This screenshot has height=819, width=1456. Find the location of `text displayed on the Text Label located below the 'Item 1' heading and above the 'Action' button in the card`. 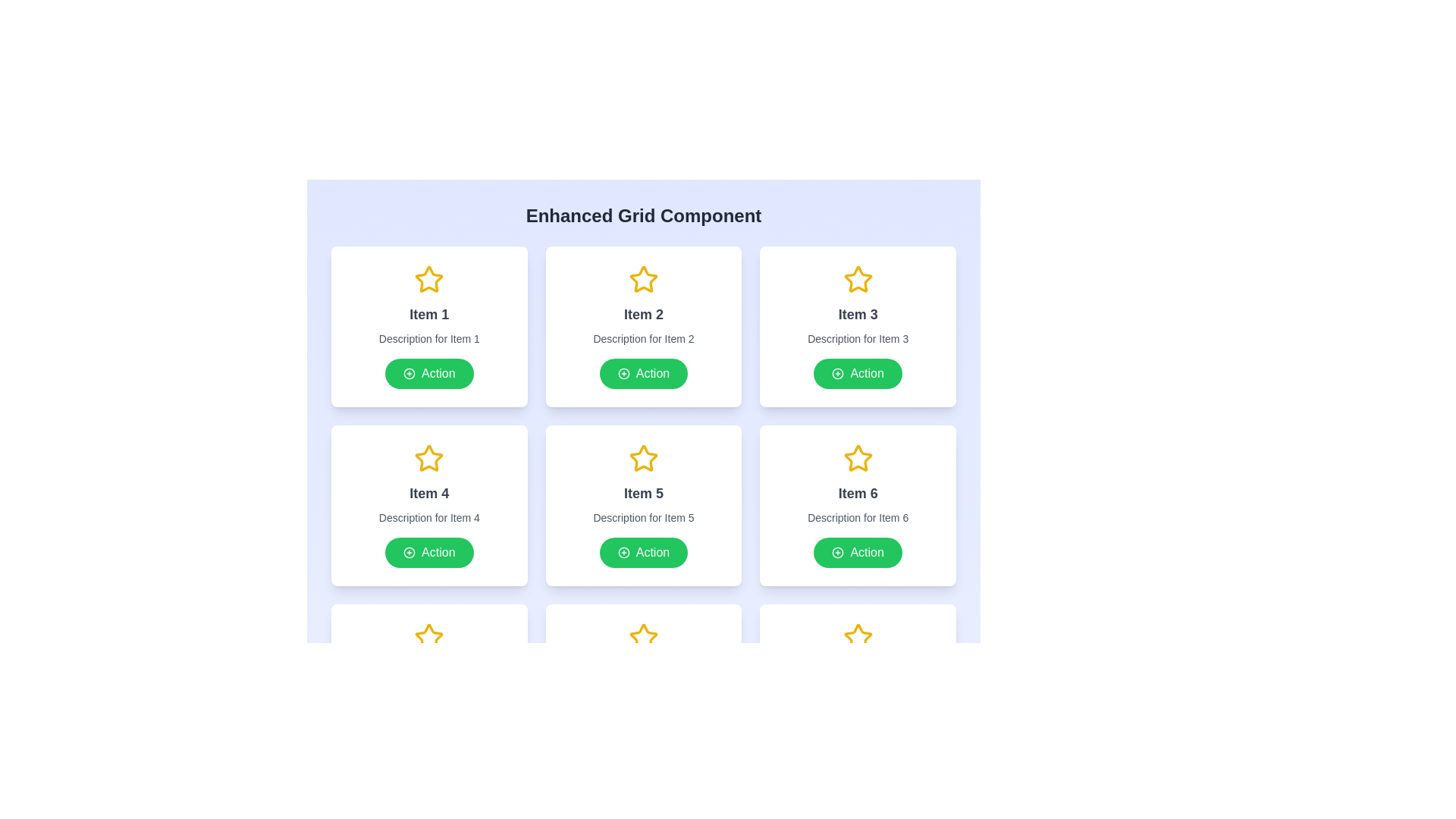

text displayed on the Text Label located below the 'Item 1' heading and above the 'Action' button in the card is located at coordinates (428, 338).